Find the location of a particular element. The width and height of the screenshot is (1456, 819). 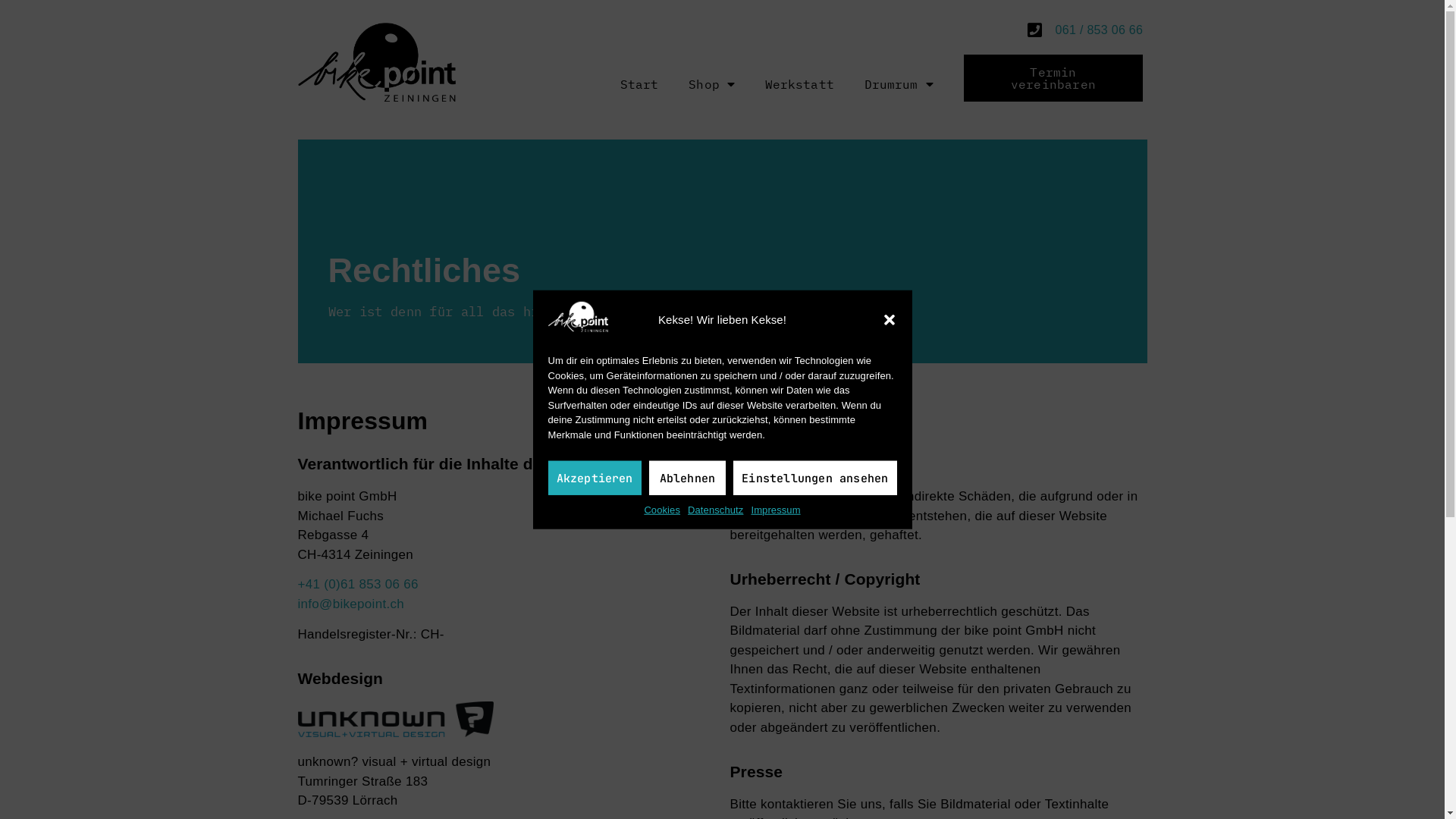

'Einstellungen ansehen' is located at coordinates (814, 478).